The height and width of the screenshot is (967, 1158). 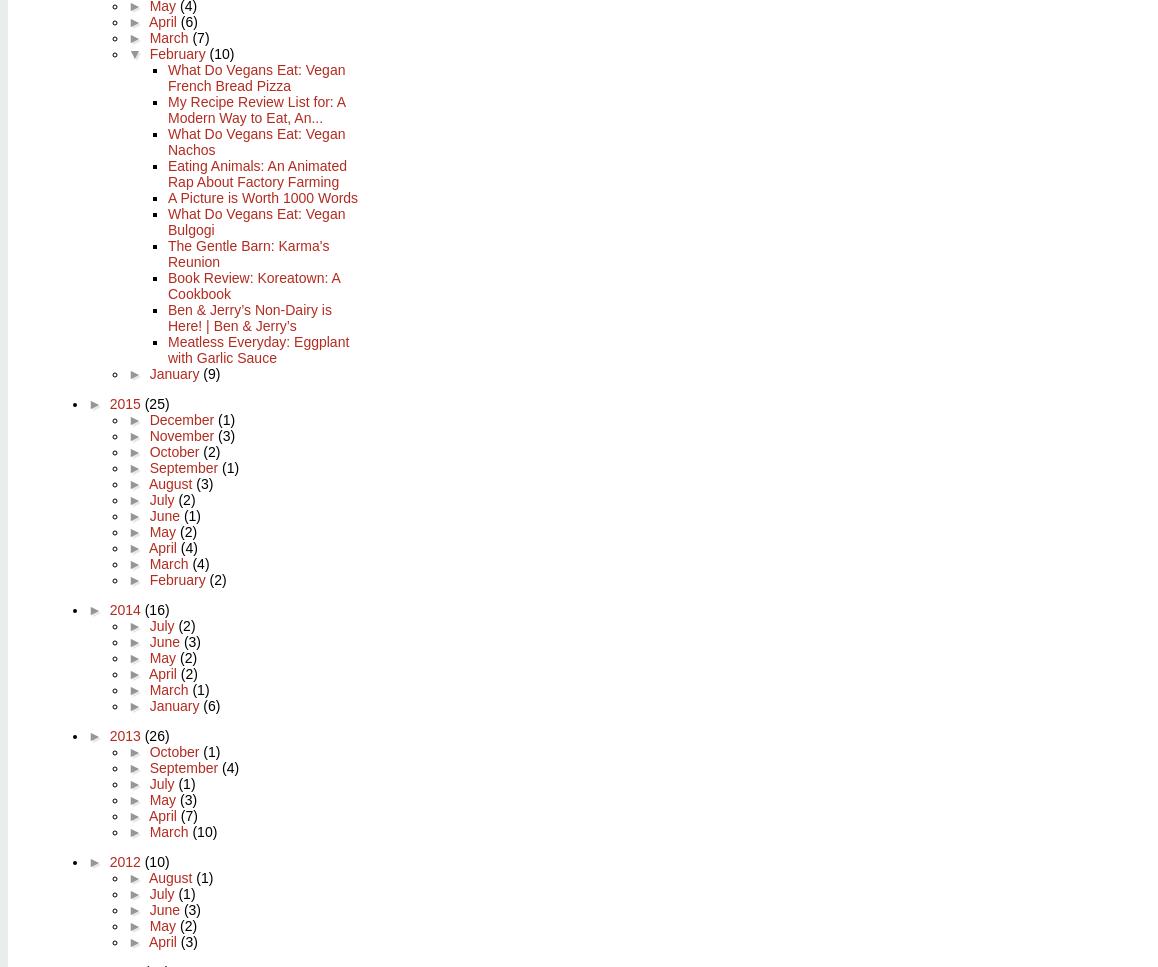 I want to click on '2013', so click(x=125, y=734).